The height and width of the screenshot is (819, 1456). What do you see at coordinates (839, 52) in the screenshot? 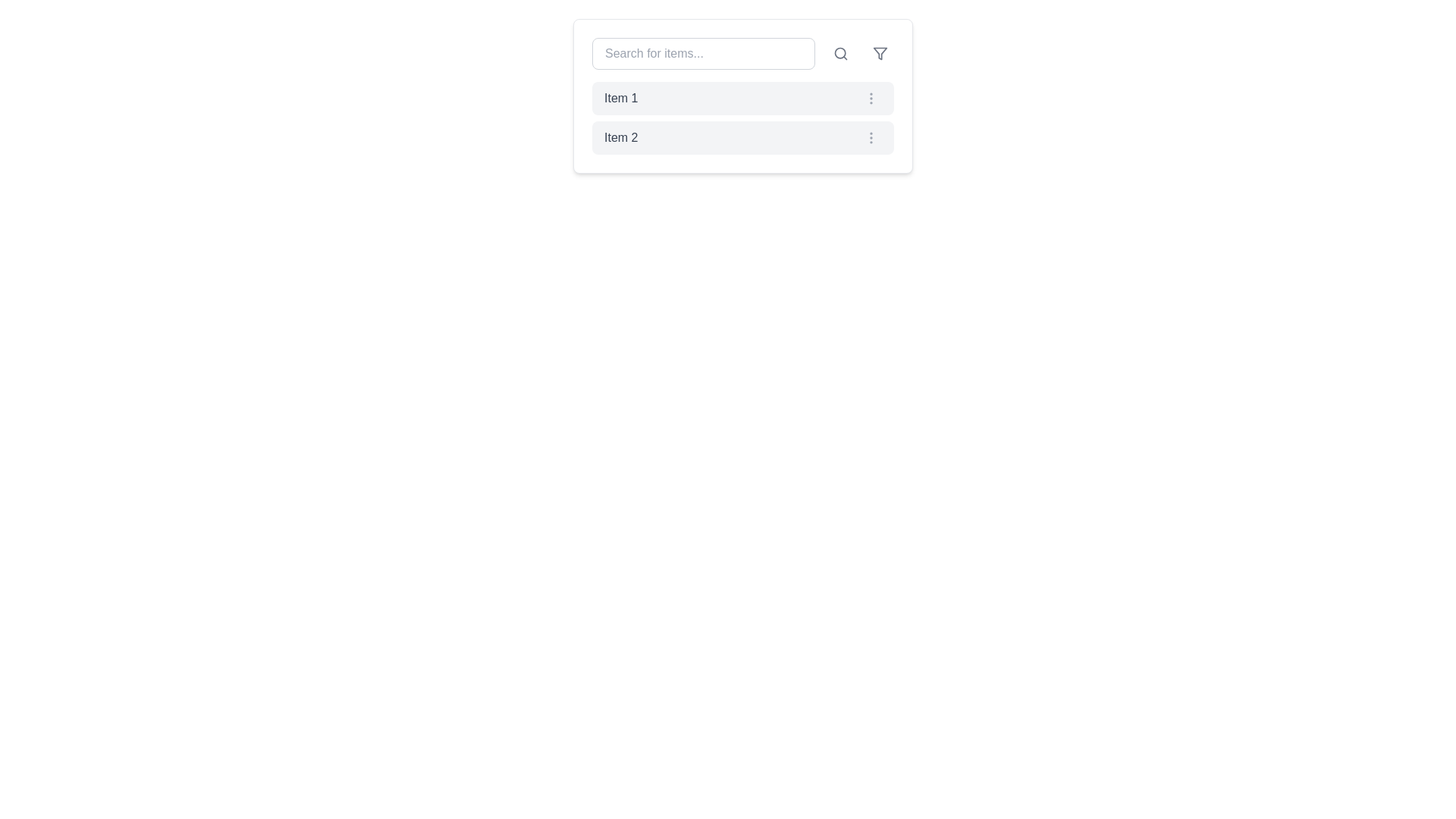
I see `the SVG circle element that represents the search icon, which is centered within the circular portion of the magnifying glass at the top of the interface` at bounding box center [839, 52].